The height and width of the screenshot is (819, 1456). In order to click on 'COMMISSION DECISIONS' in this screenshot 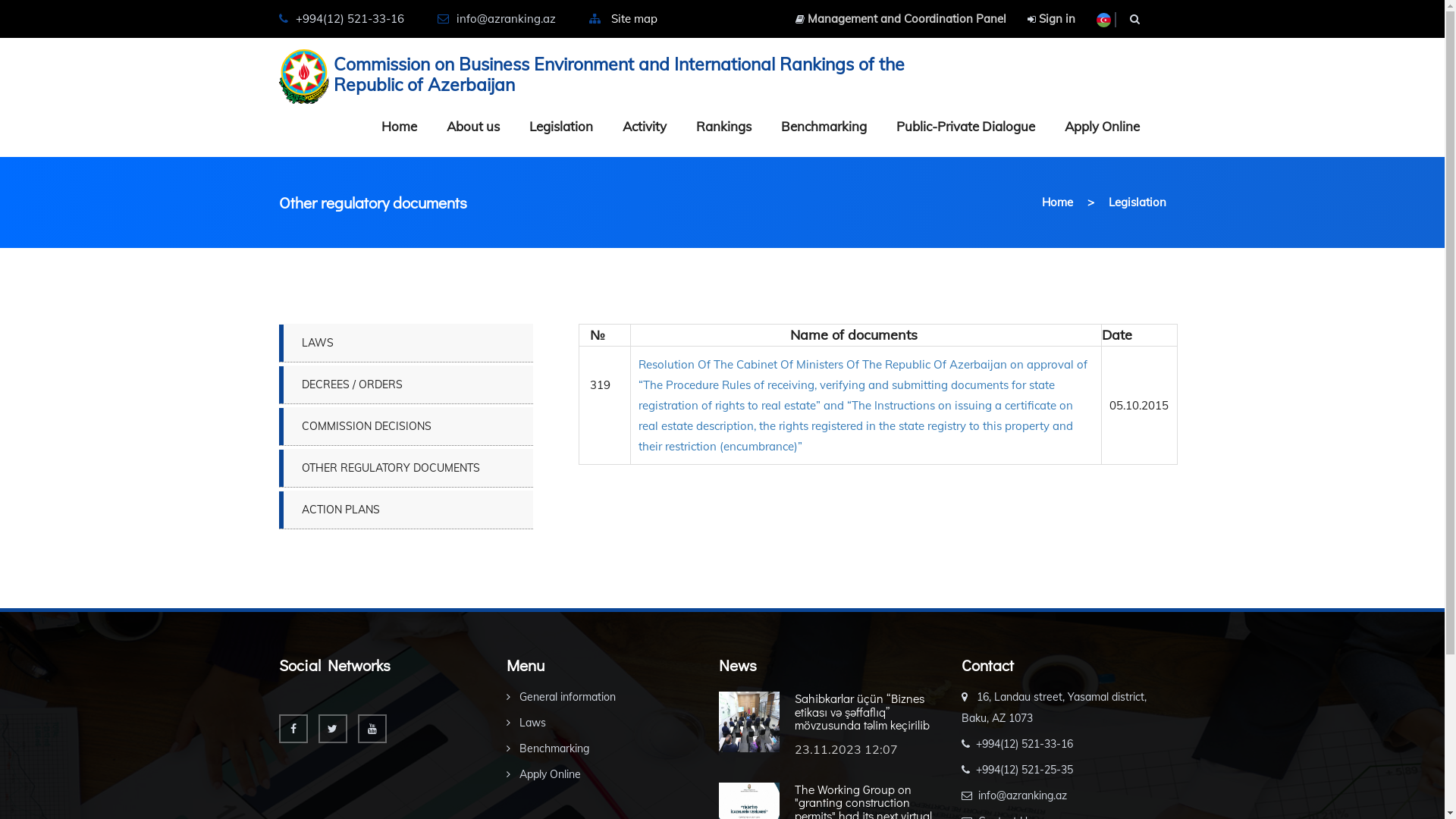, I will do `click(406, 426)`.